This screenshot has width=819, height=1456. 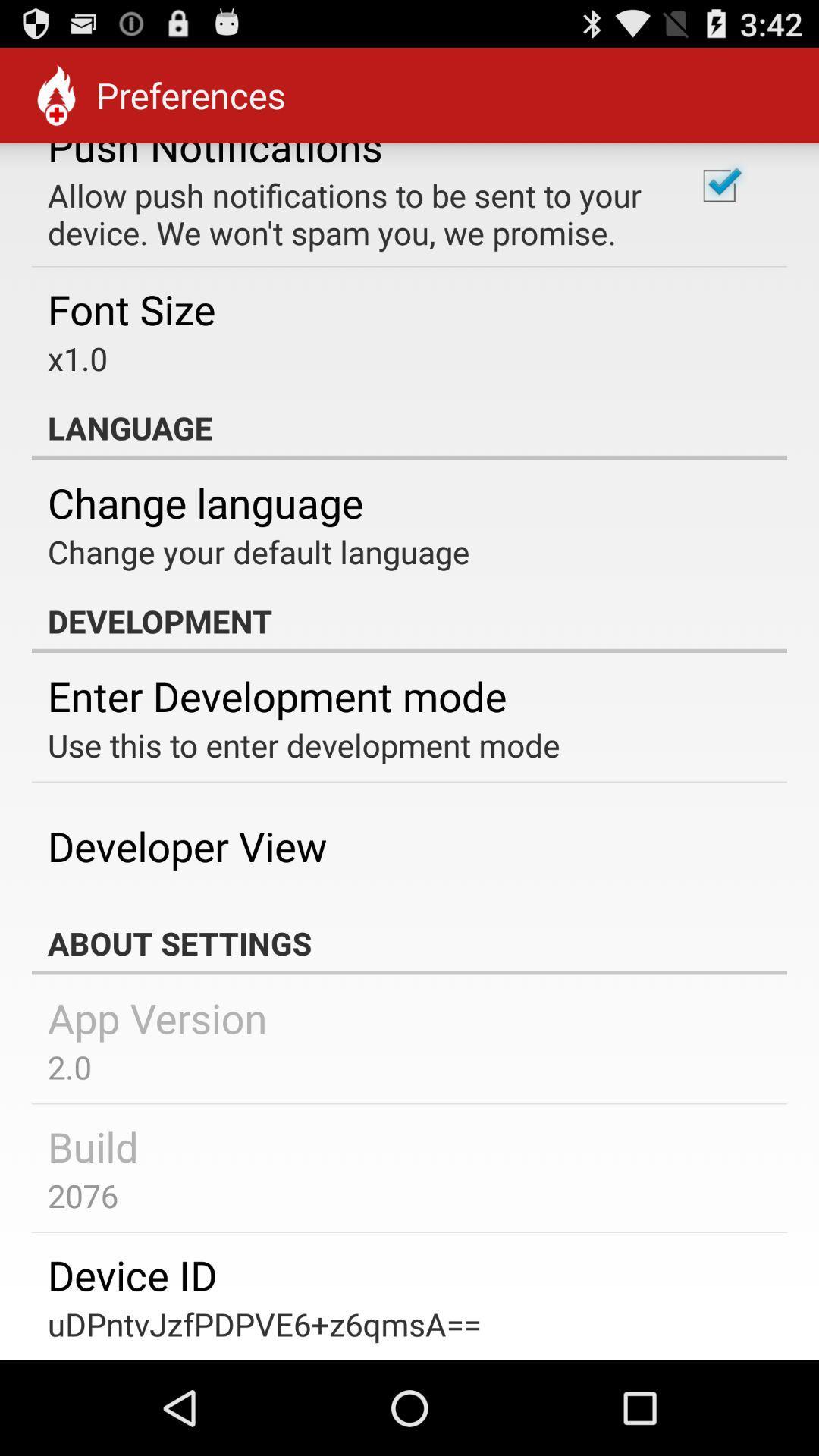 I want to click on the app above the language, so click(x=718, y=185).